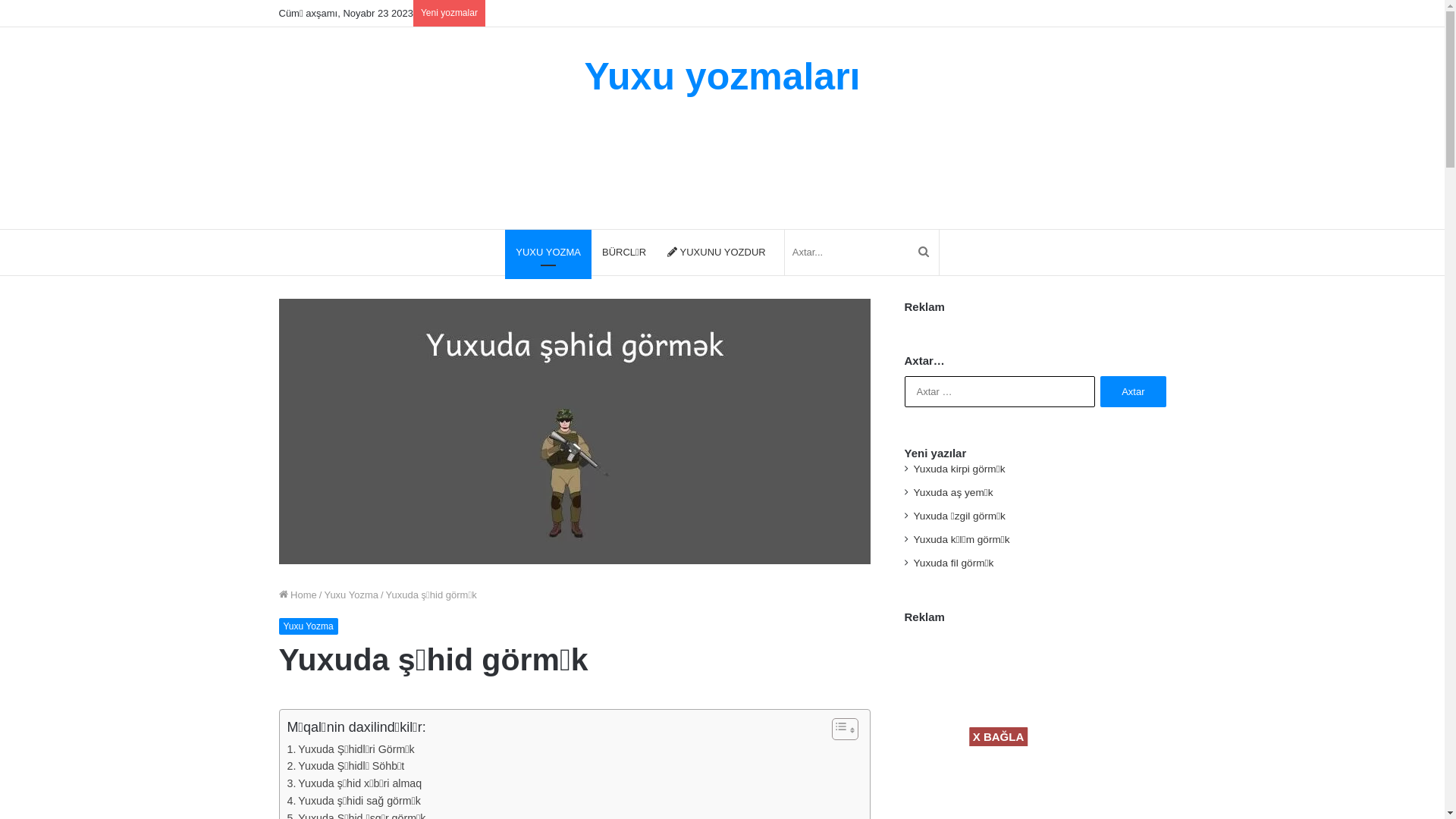 Image resolution: width=1456 pixels, height=819 pixels. Describe the element at coordinates (785, 251) in the screenshot. I see `'Axtar...'` at that location.